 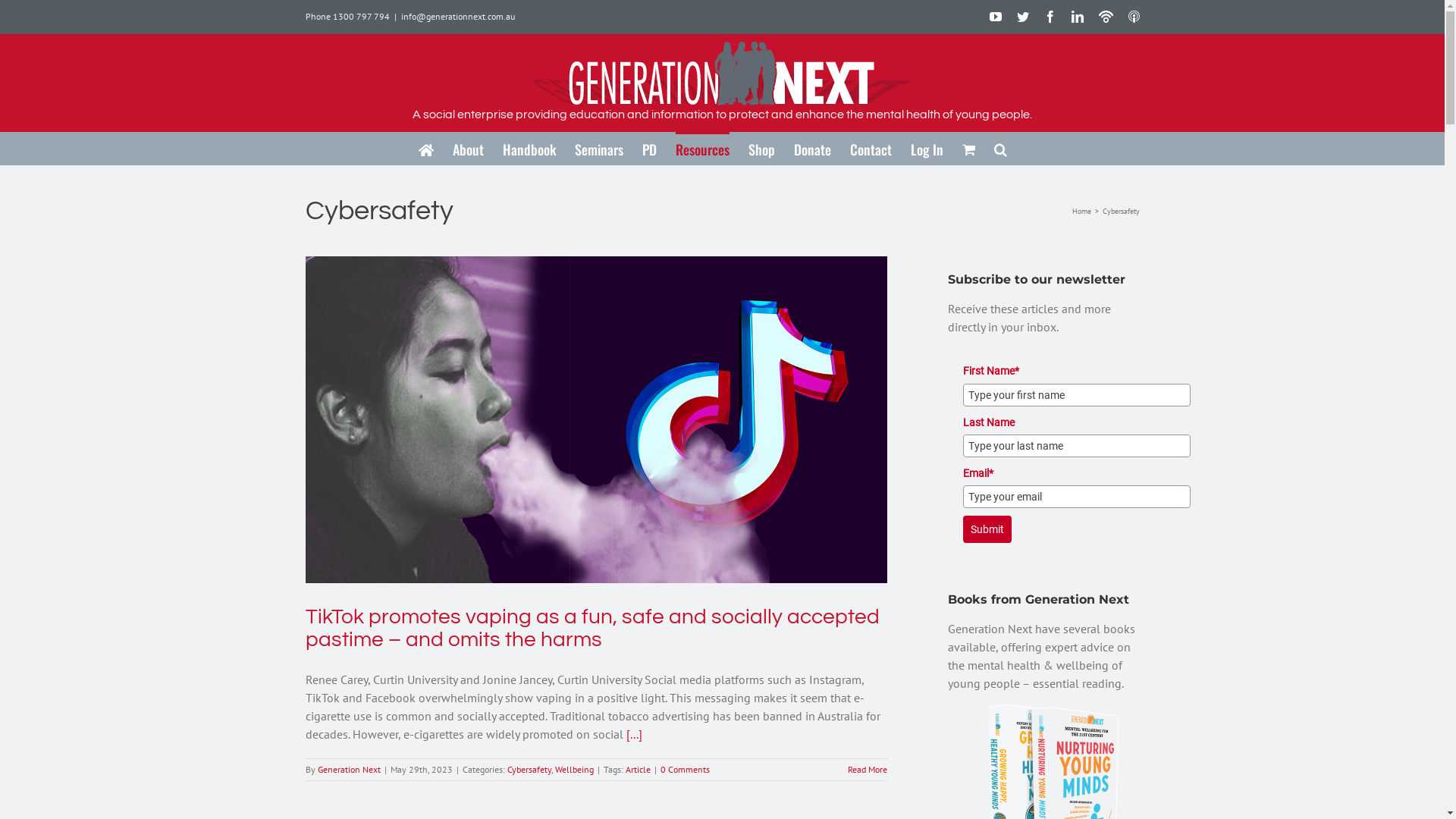 I want to click on 'YouTube', so click(x=996, y=17).